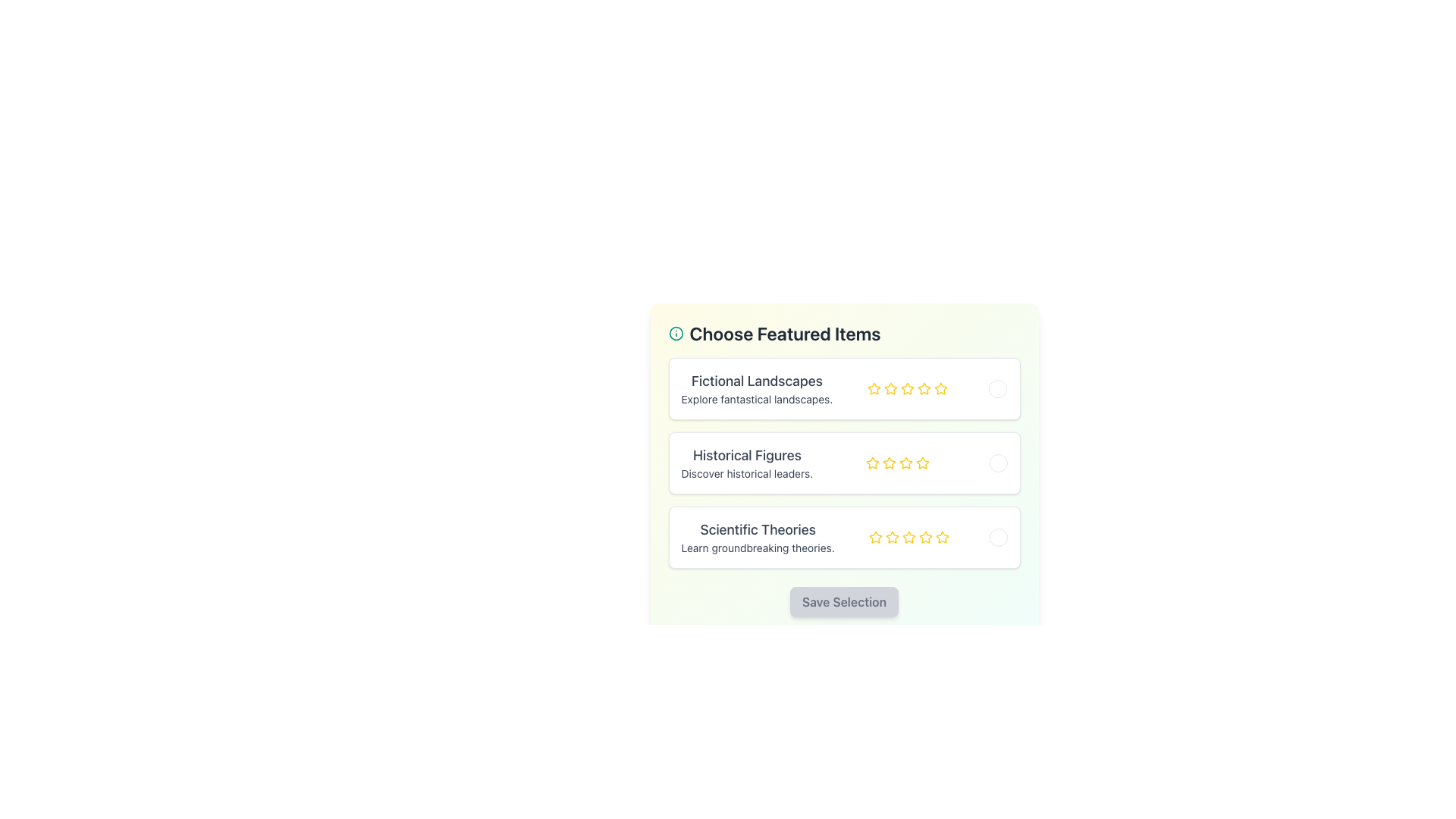  I want to click on the third star icon in the rating component for the 'Scientific Theories' category to rate it, so click(924, 537).